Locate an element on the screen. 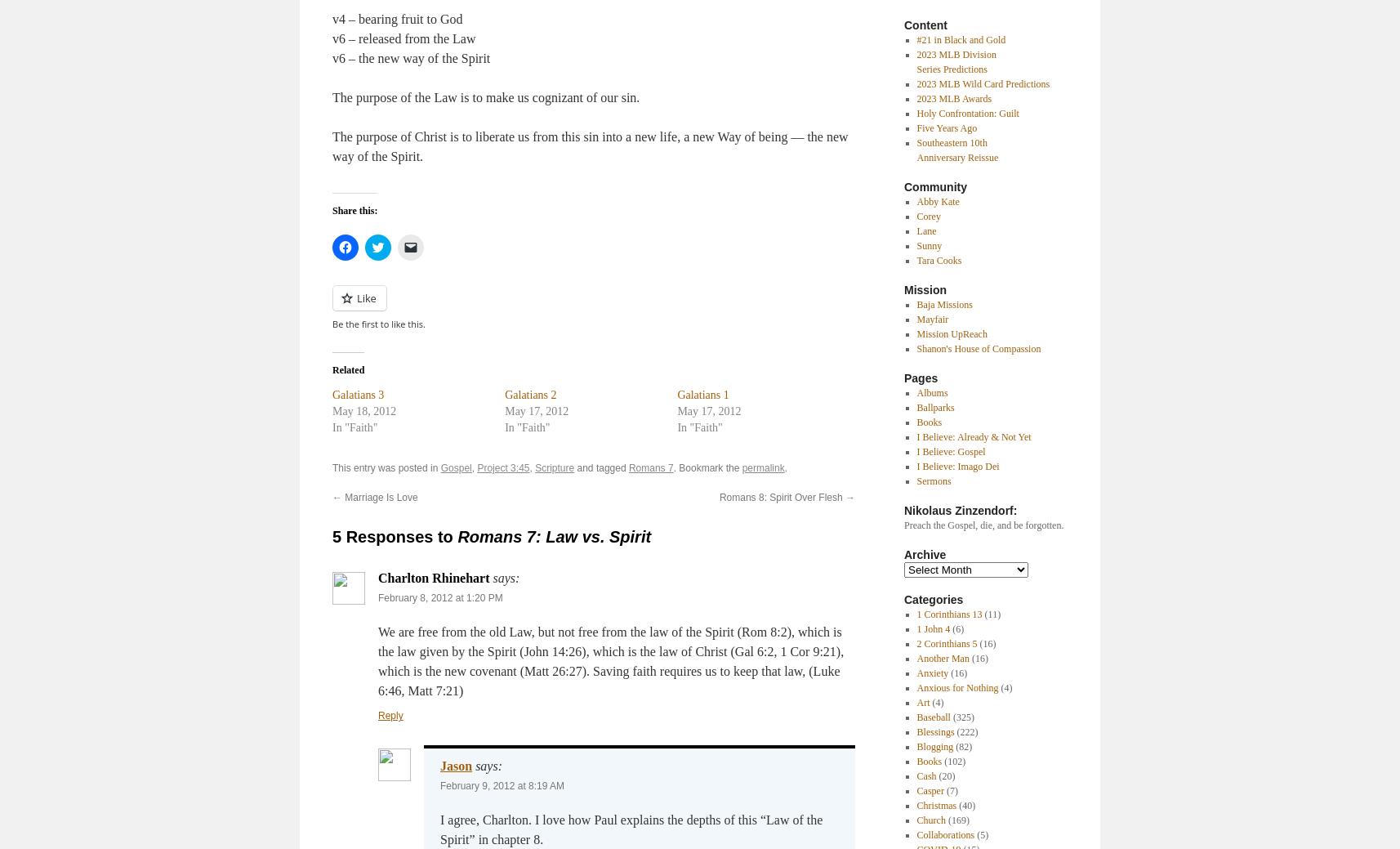  'Anxious for Nothing' is located at coordinates (956, 687).